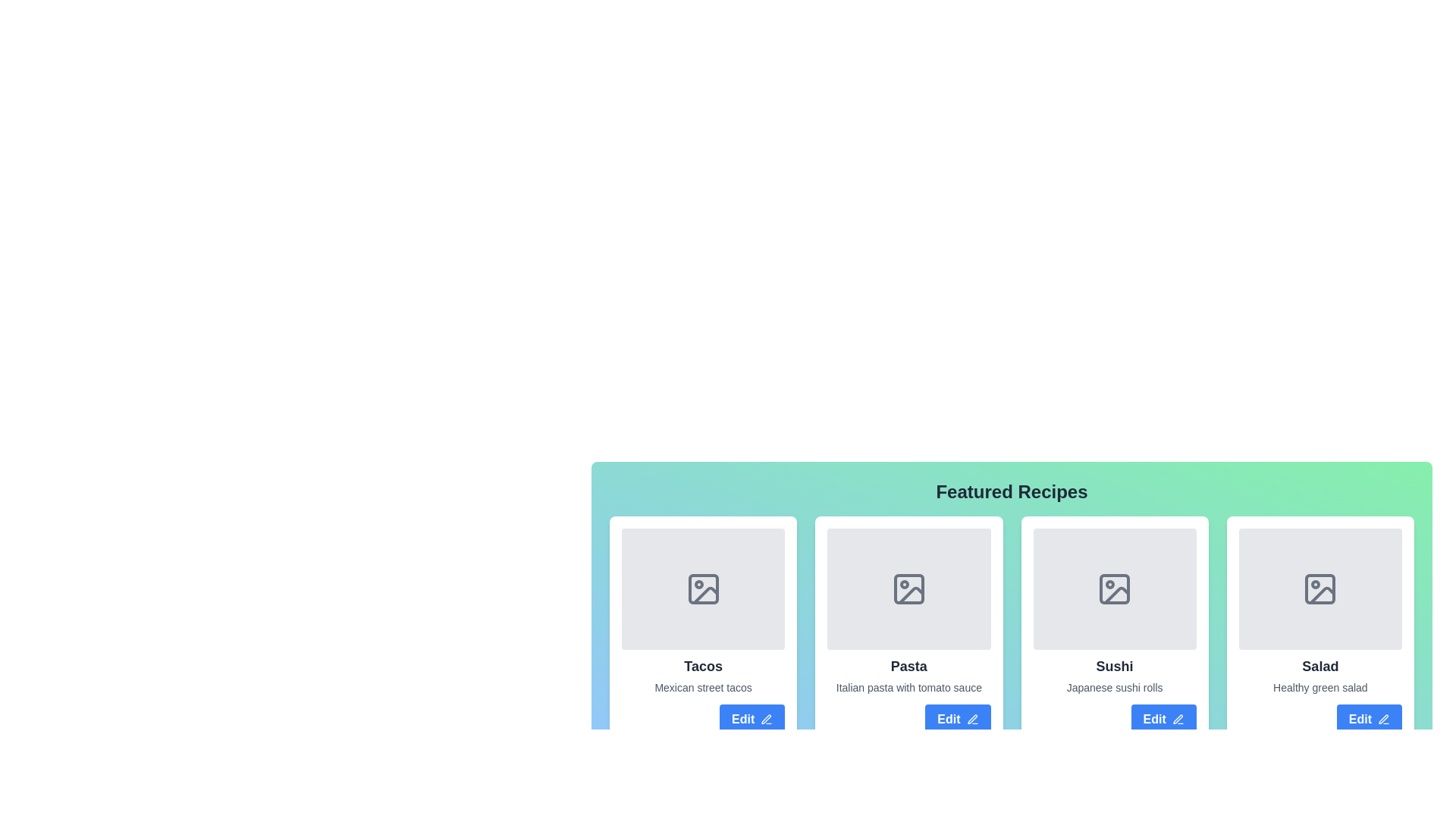 The height and width of the screenshot is (819, 1456). Describe the element at coordinates (766, 718) in the screenshot. I see `the pen icon used for editing, located within the 'Edit' button below the 'Tacos' card in the 'Featured Recipes' section` at that location.